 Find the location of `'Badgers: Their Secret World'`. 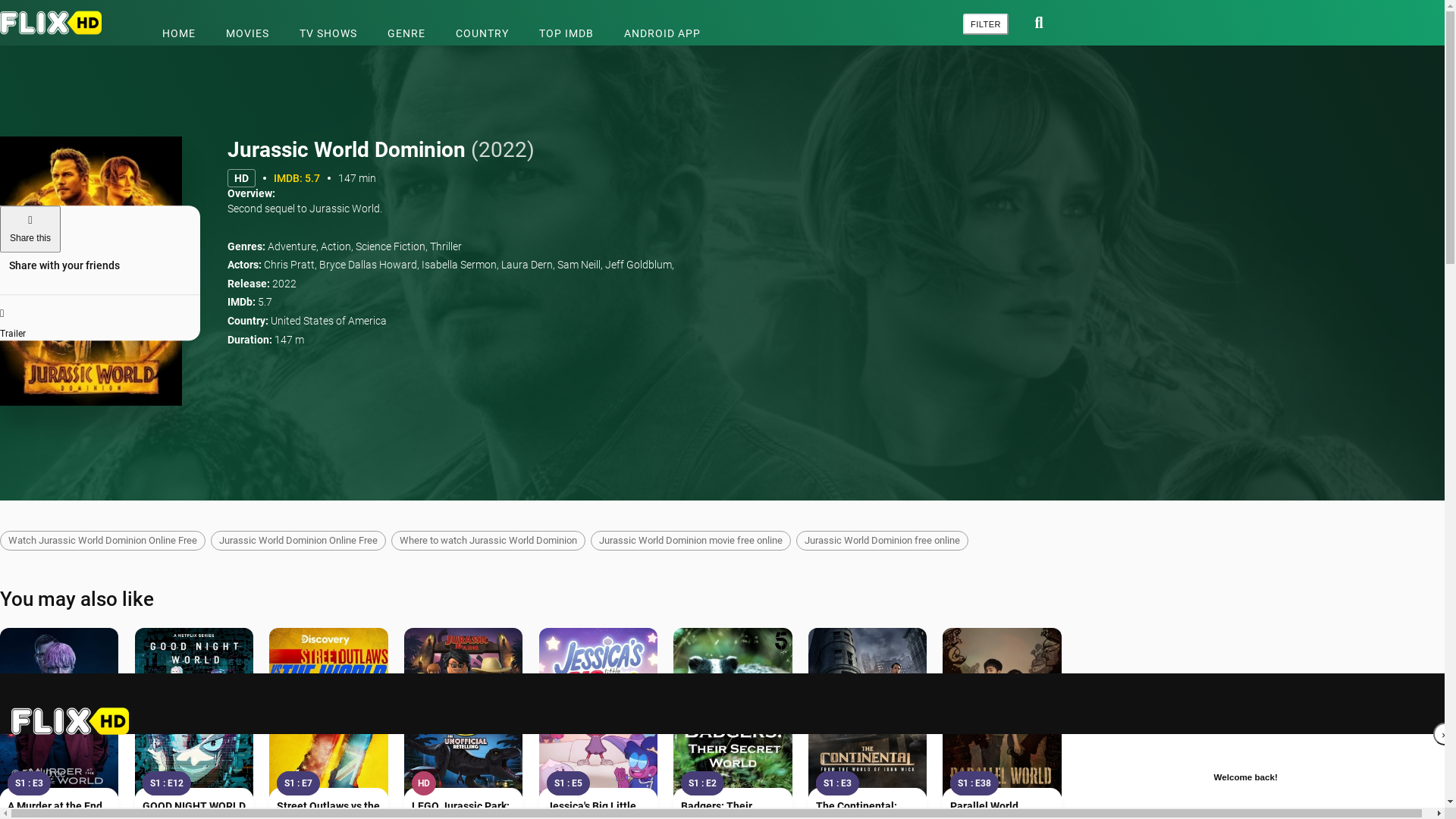

'Badgers: Their Secret World' is located at coordinates (732, 715).